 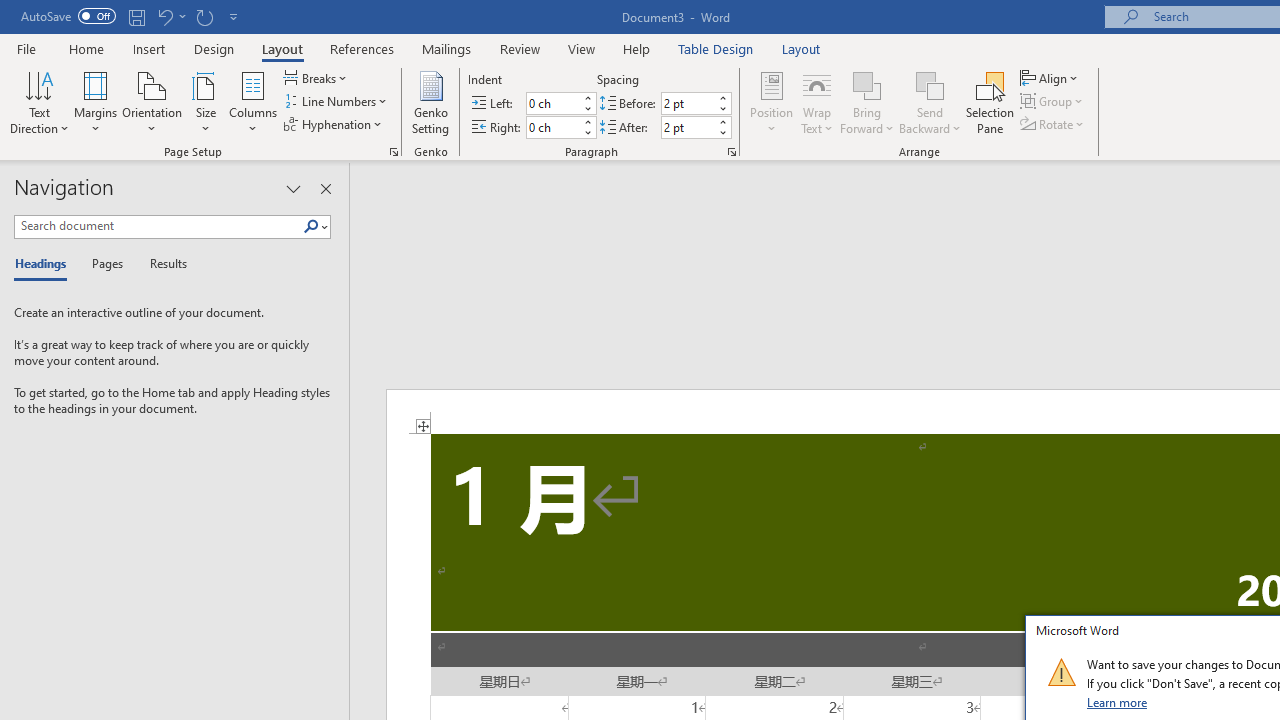 What do you see at coordinates (929, 84) in the screenshot?
I see `'Send Backward'` at bounding box center [929, 84].